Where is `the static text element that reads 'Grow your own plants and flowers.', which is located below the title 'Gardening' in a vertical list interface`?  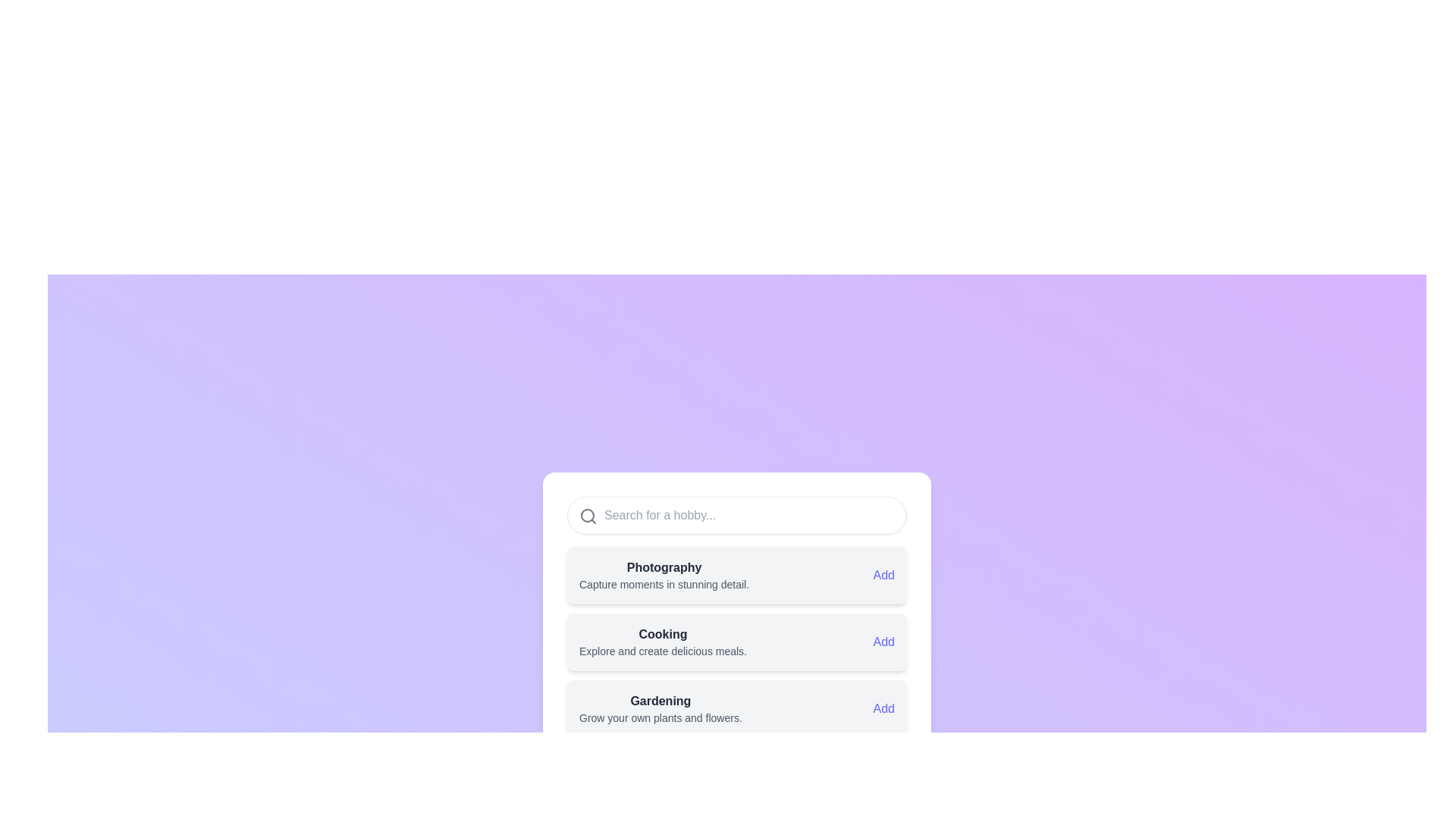
the static text element that reads 'Grow your own plants and flowers.', which is located below the title 'Gardening' in a vertical list interface is located at coordinates (661, 717).